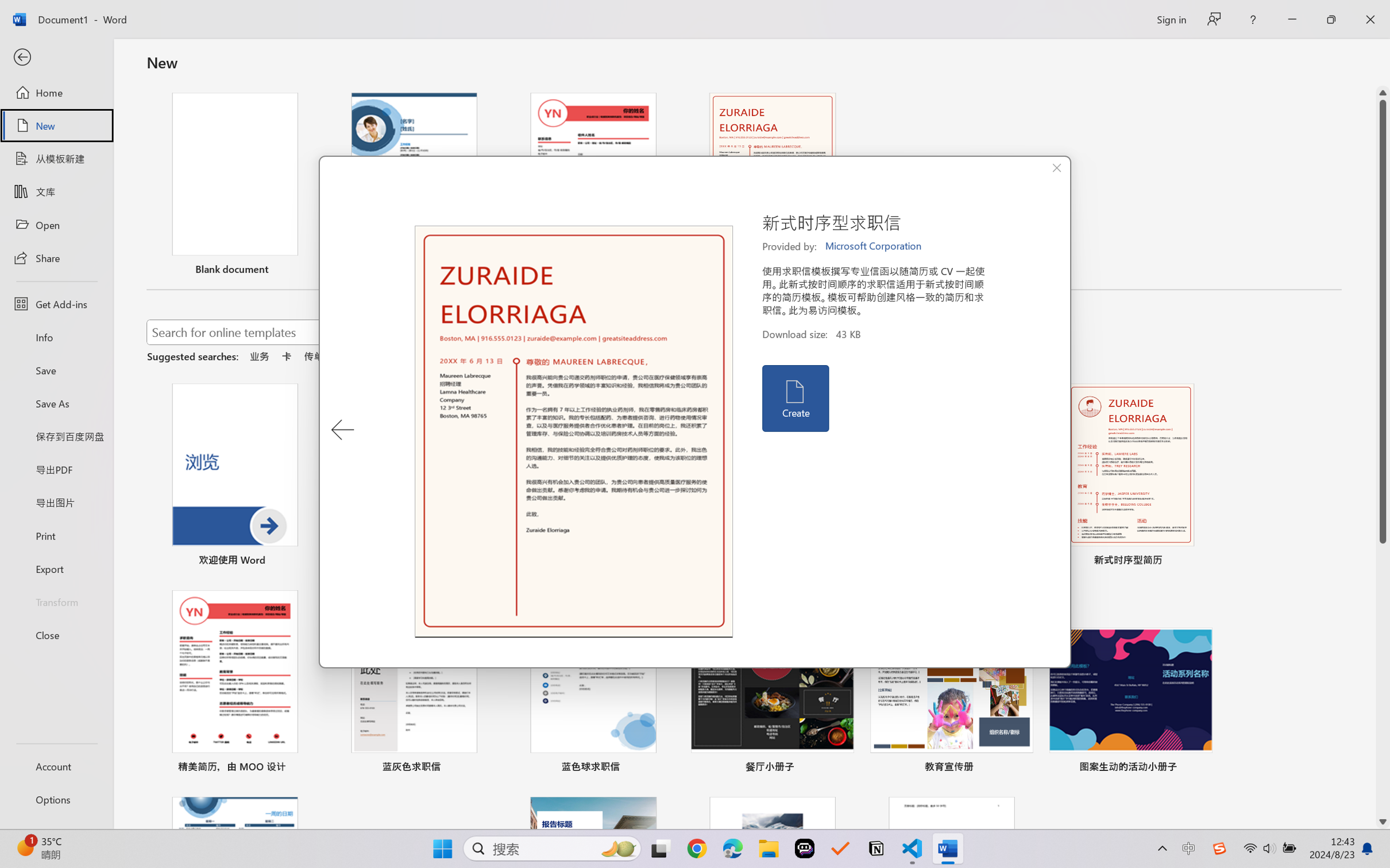  What do you see at coordinates (56, 403) in the screenshot?
I see `'Save As'` at bounding box center [56, 403].